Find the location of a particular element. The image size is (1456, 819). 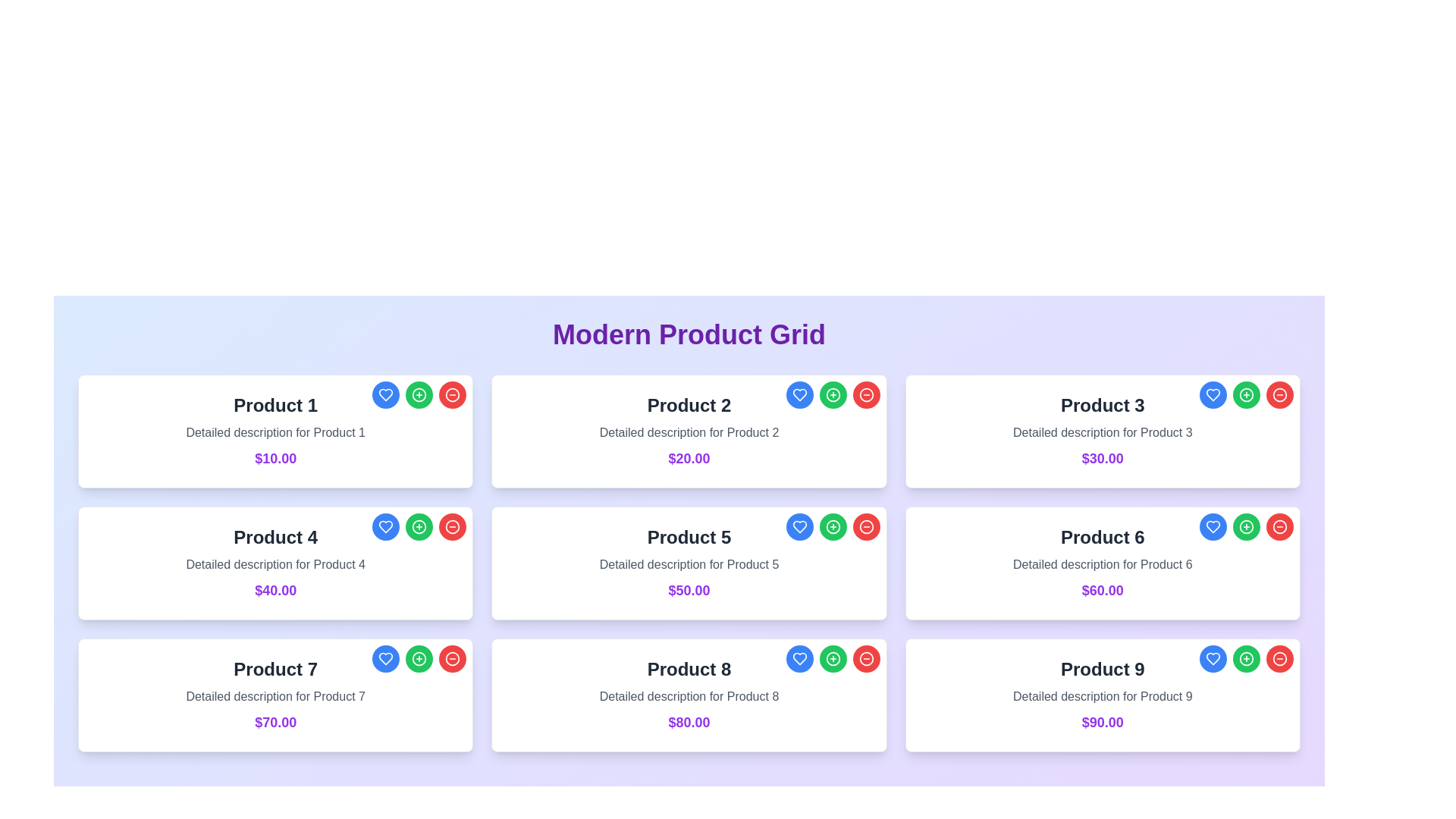

the negative action button for 'Product 3' located at the top-right corner of its card is located at coordinates (1279, 394).